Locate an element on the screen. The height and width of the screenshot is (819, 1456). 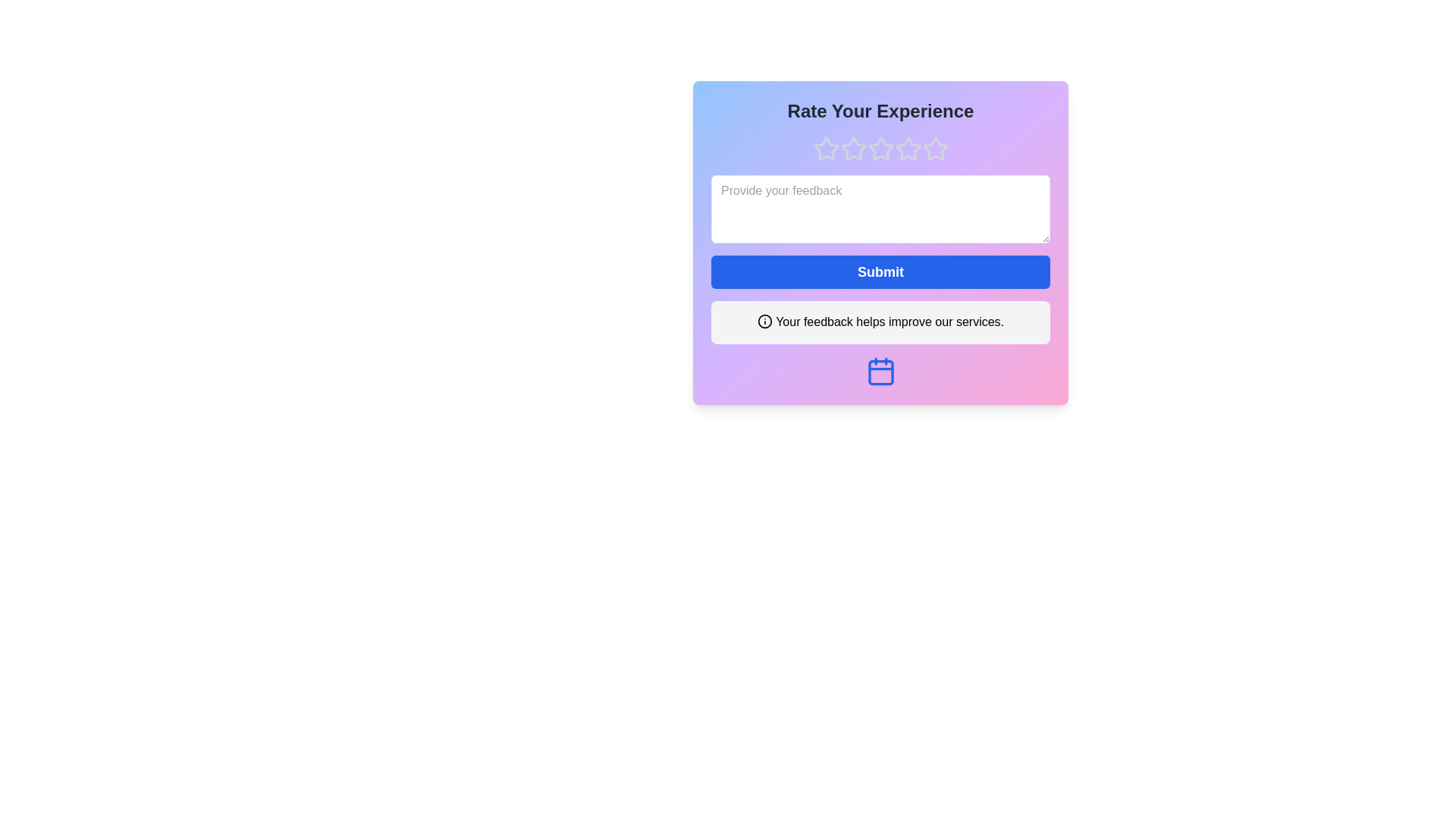
the calendar icon to observe it is located at coordinates (880, 371).